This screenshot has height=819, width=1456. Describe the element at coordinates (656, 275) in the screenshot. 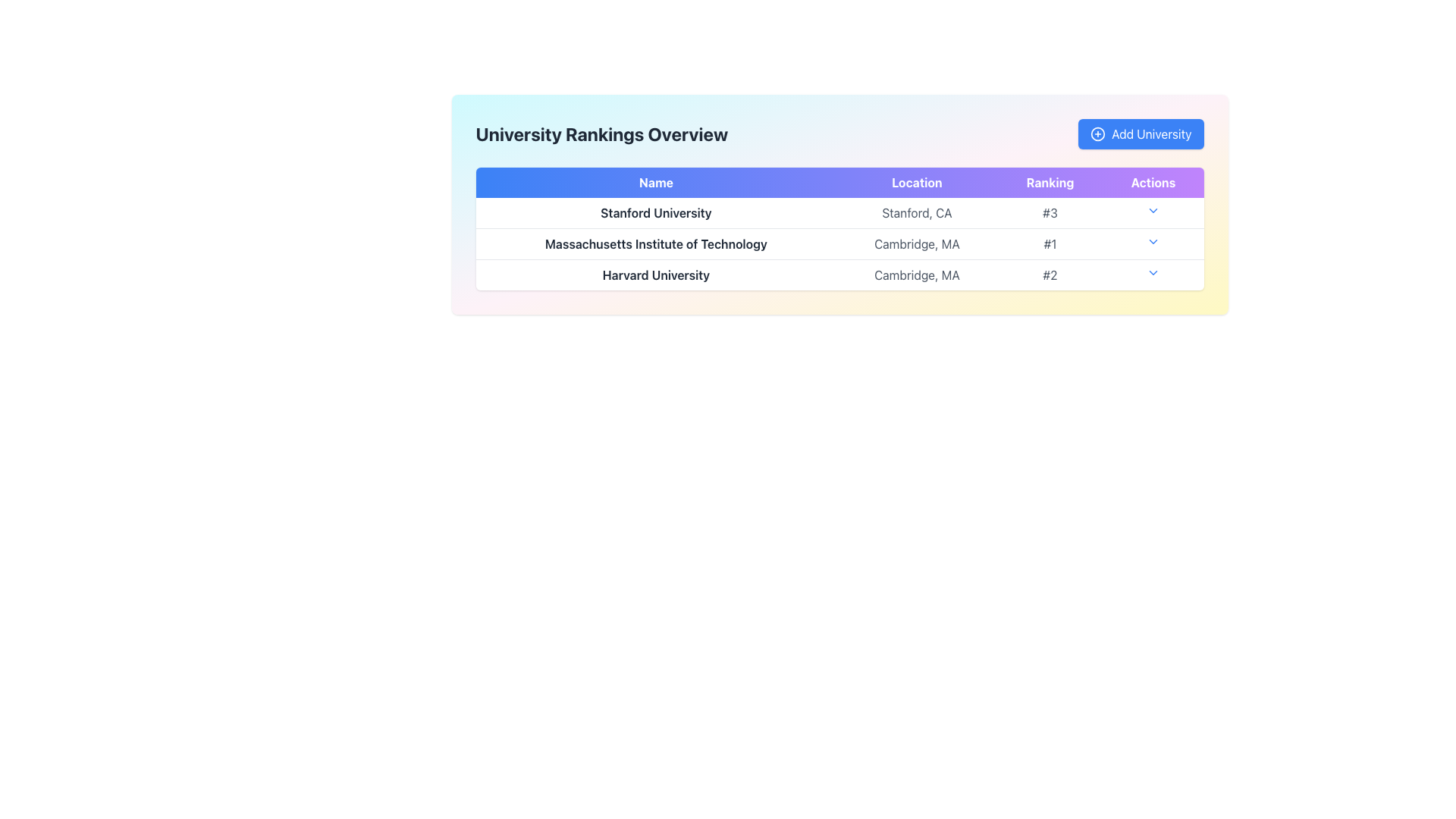

I see `the 'Harvard University' text label, which is displayed in bold serif font and dark gray color, located in the second row of the table under the 'Name' column` at that location.